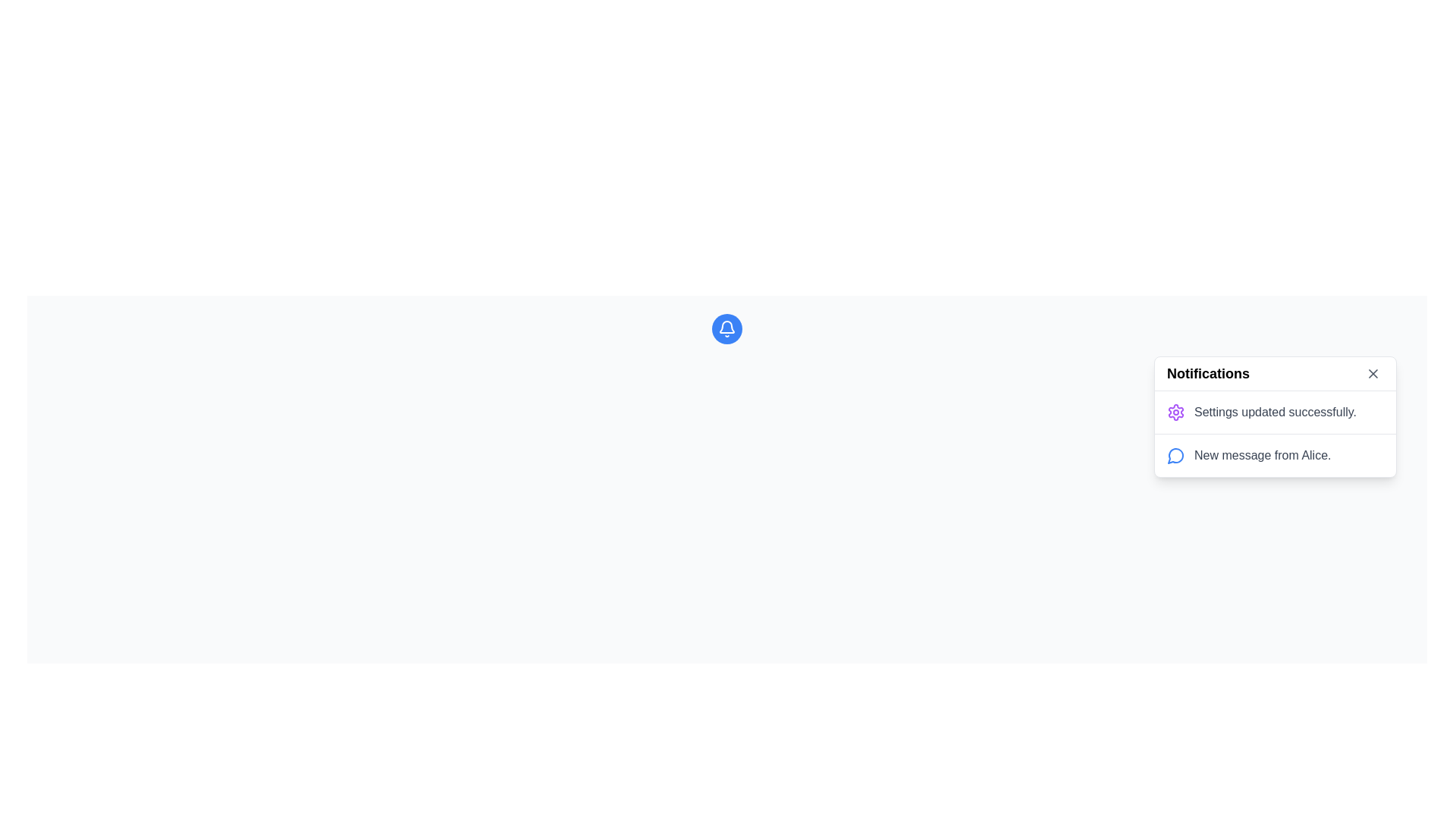 The image size is (1456, 819). I want to click on the notification button with a bell icon, so click(726, 328).